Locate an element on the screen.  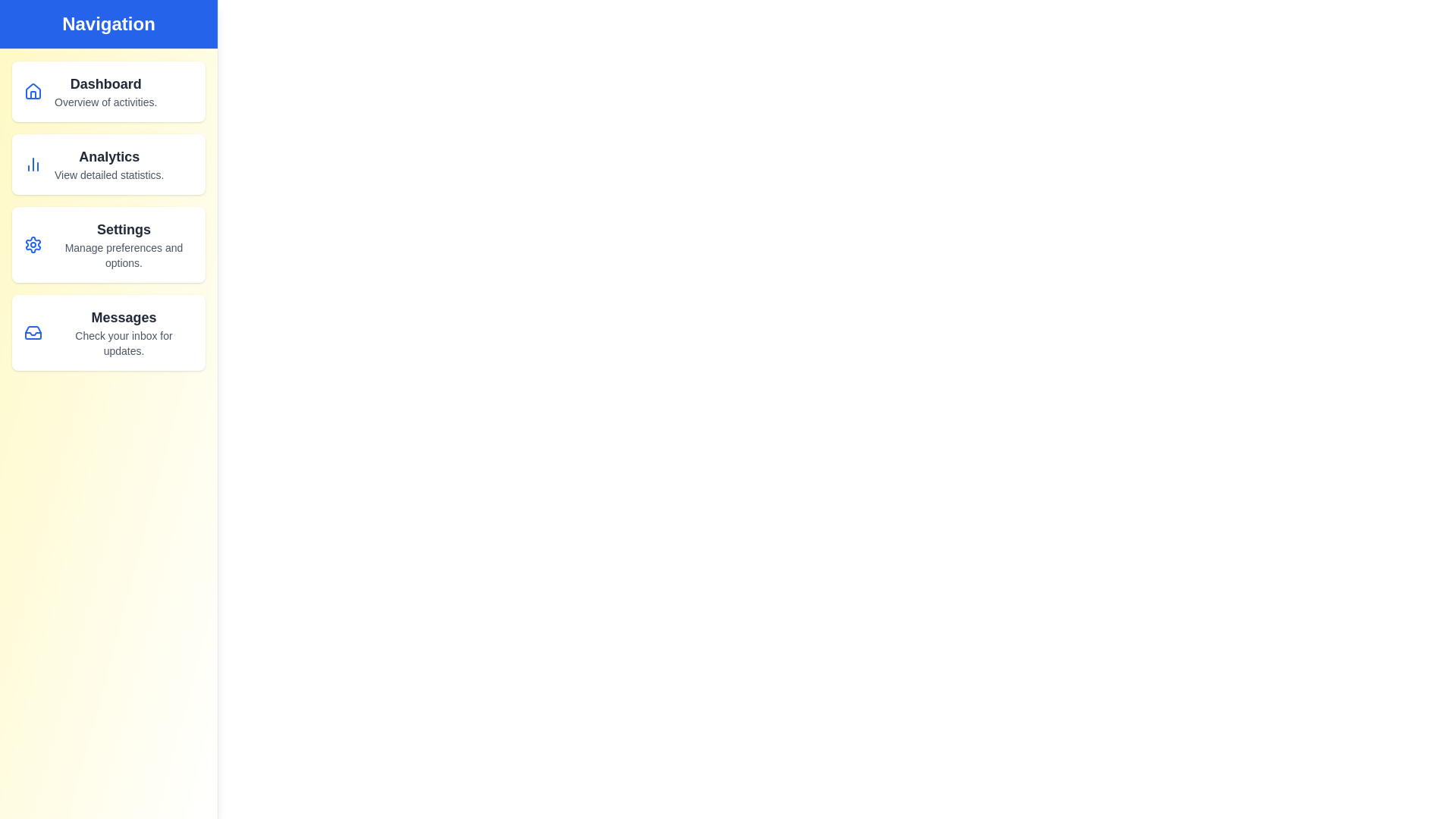
toggle button at the top-left corner of the screen to toggle the drawer visibility is located at coordinates (30, 30).